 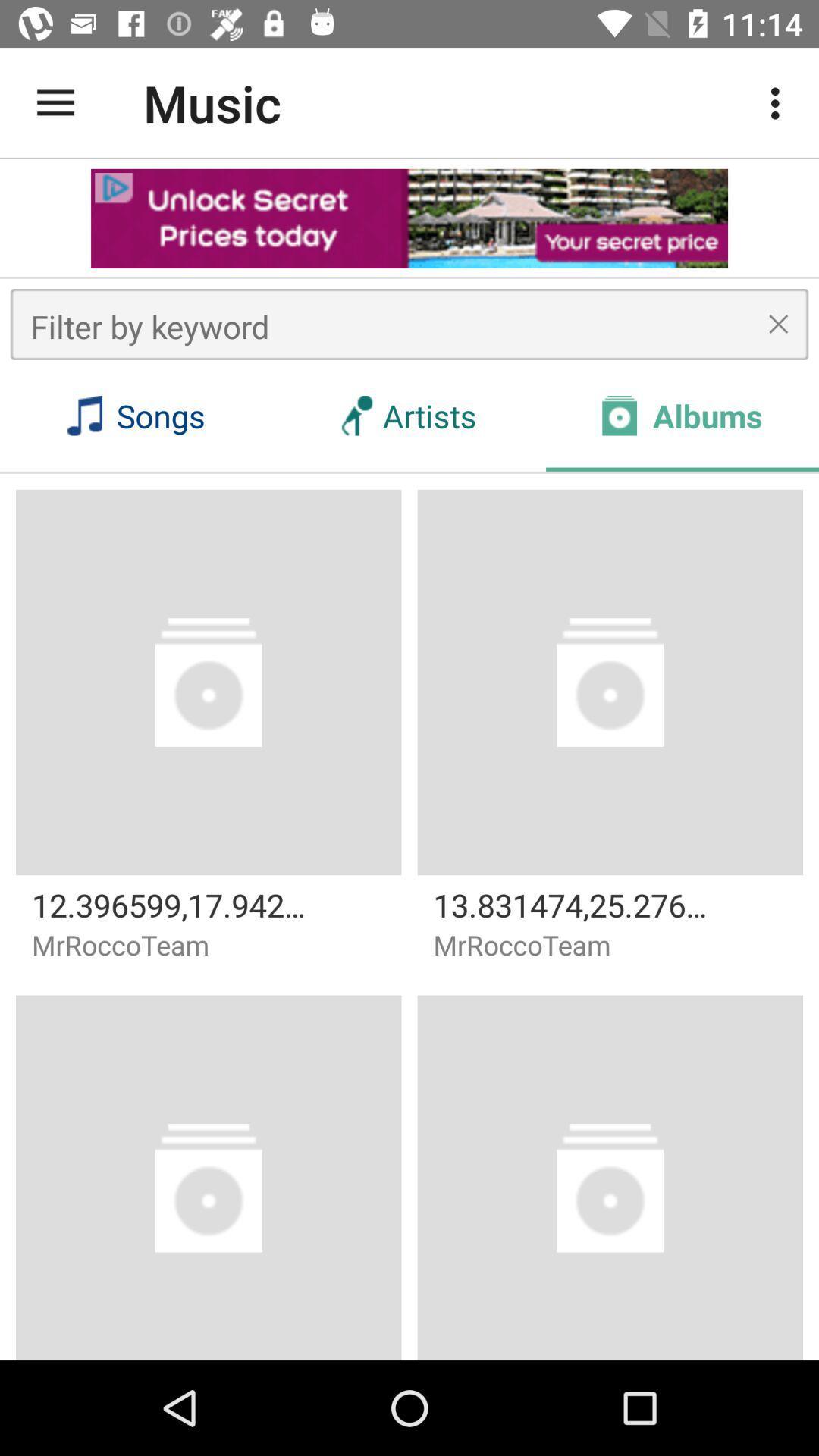 I want to click on keyword search, so click(x=409, y=323).